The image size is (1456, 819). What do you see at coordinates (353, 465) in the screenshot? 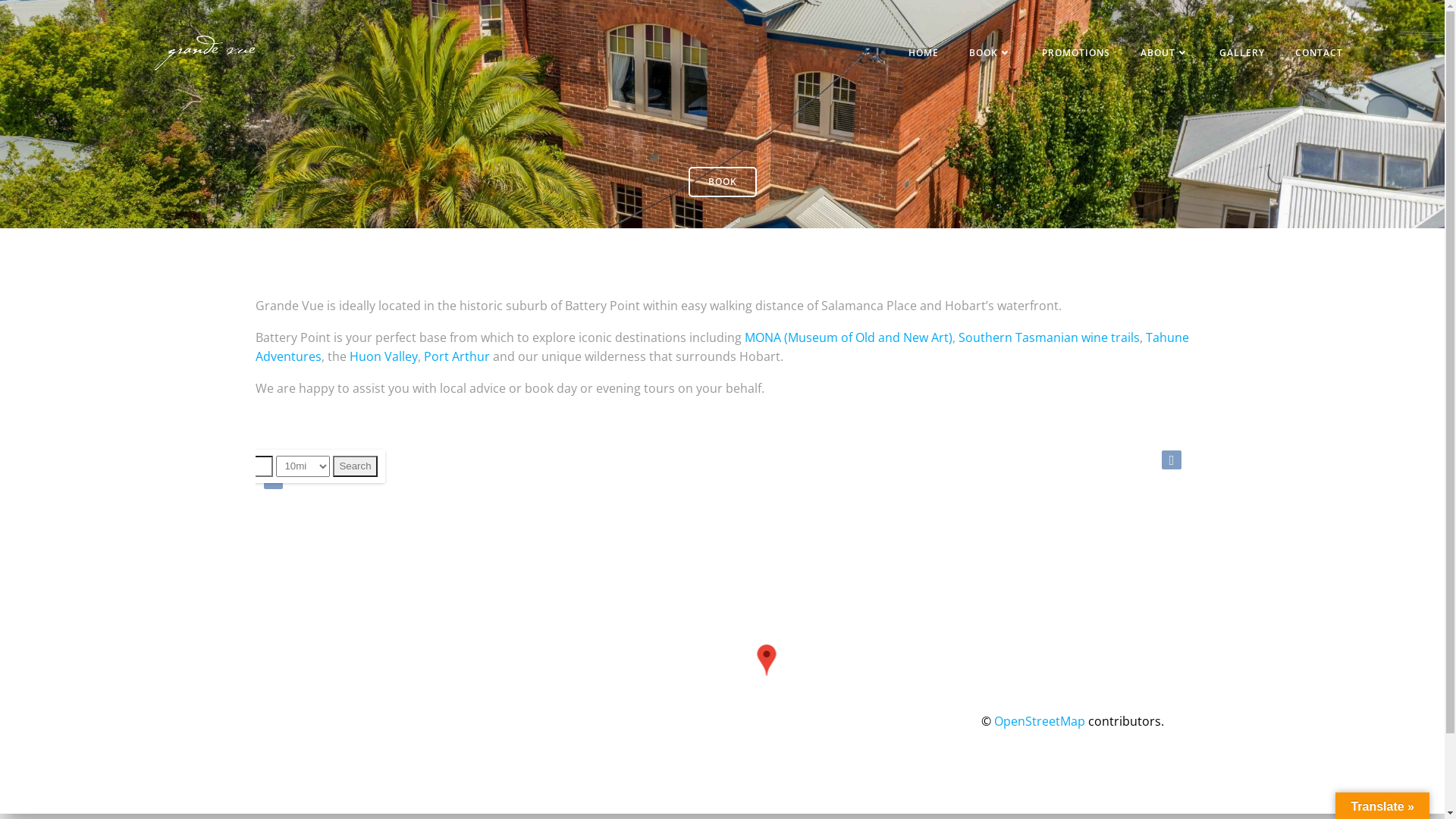
I see `'Search'` at bounding box center [353, 465].